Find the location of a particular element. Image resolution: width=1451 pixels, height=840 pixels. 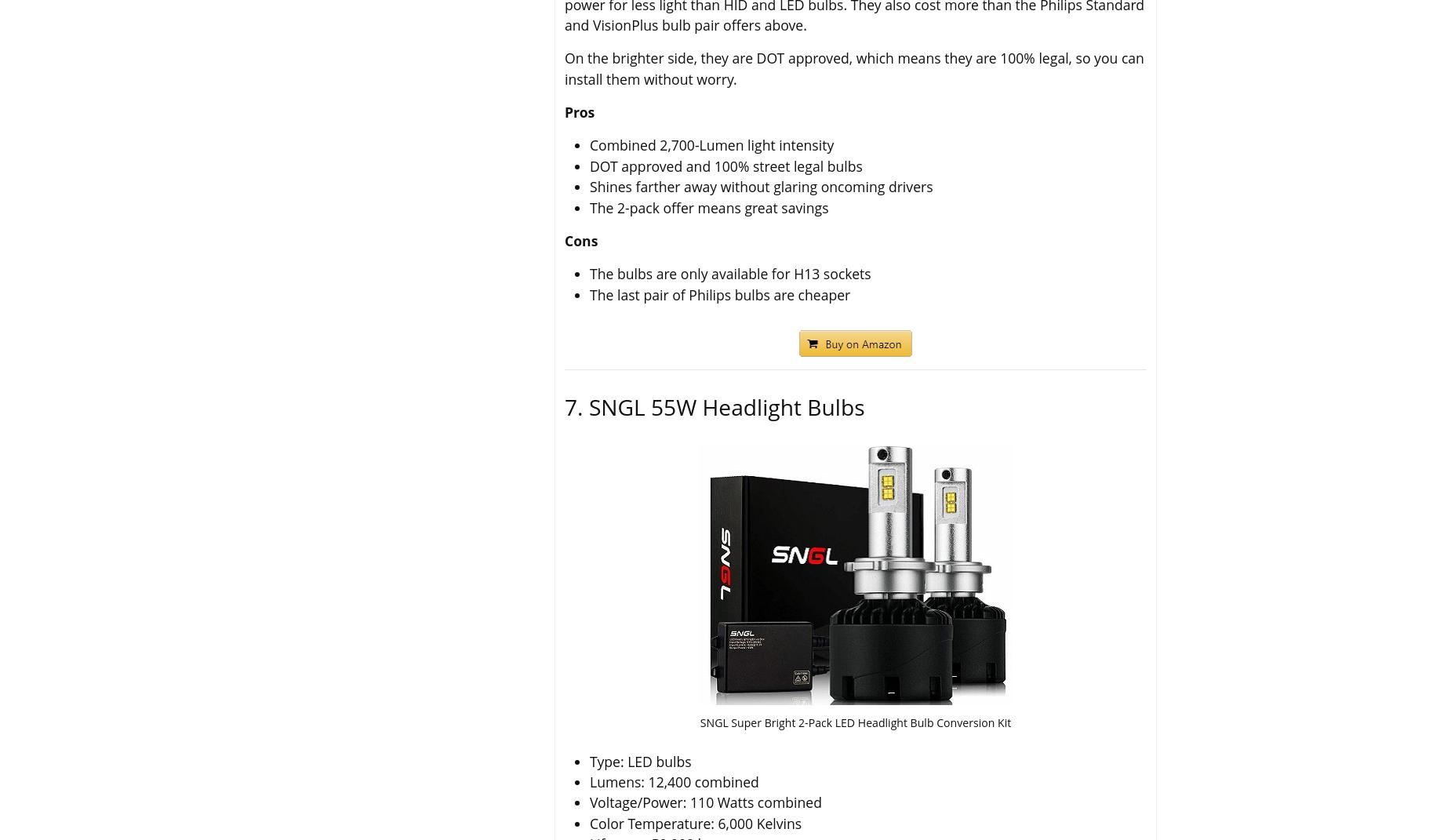

'SNGL Super Bright 2-Pack LED Headlight Bulb Conversion Kit' is located at coordinates (854, 722).